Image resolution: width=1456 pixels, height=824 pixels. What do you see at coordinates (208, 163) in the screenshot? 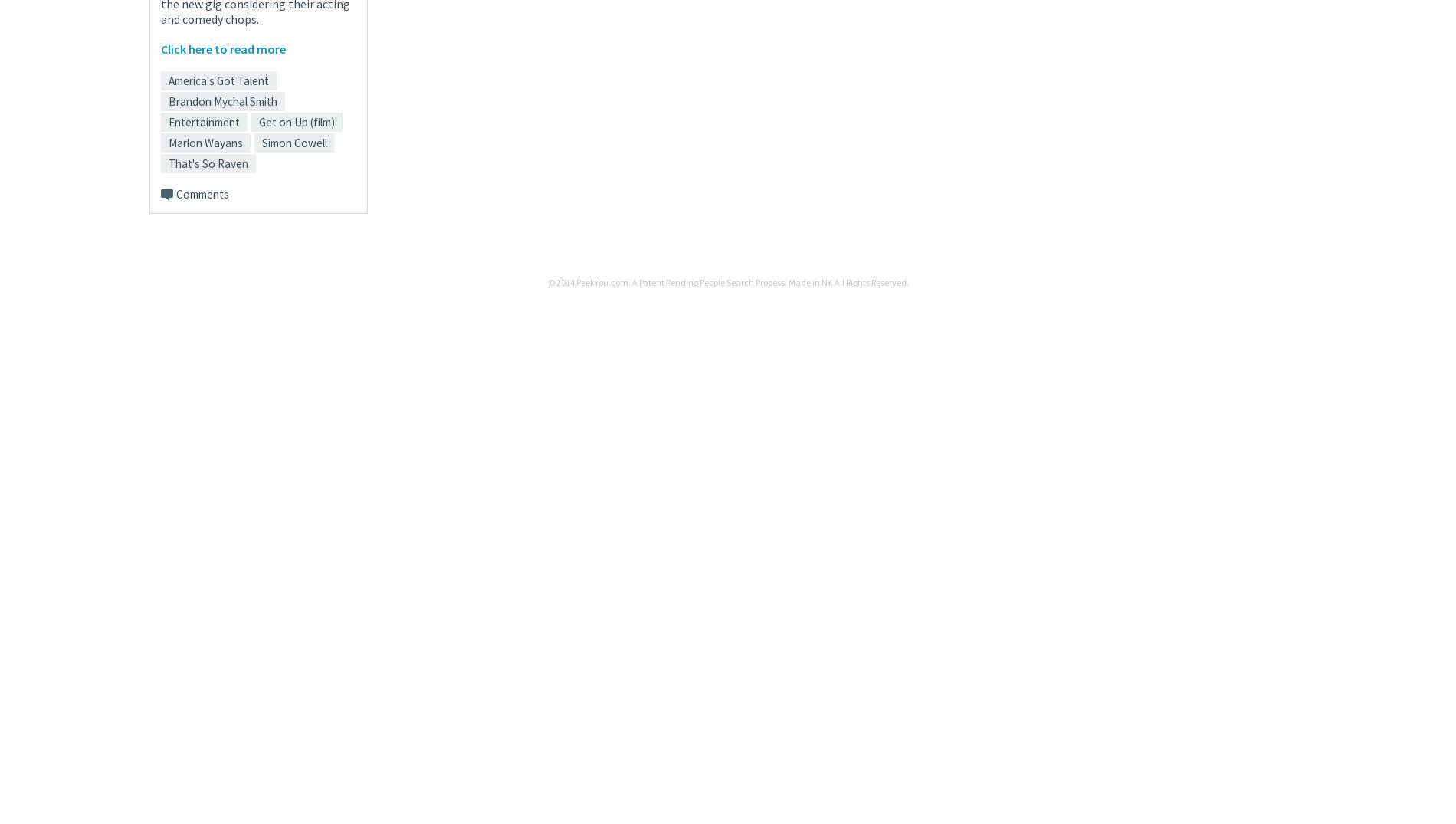
I see `'That's So Raven'` at bounding box center [208, 163].